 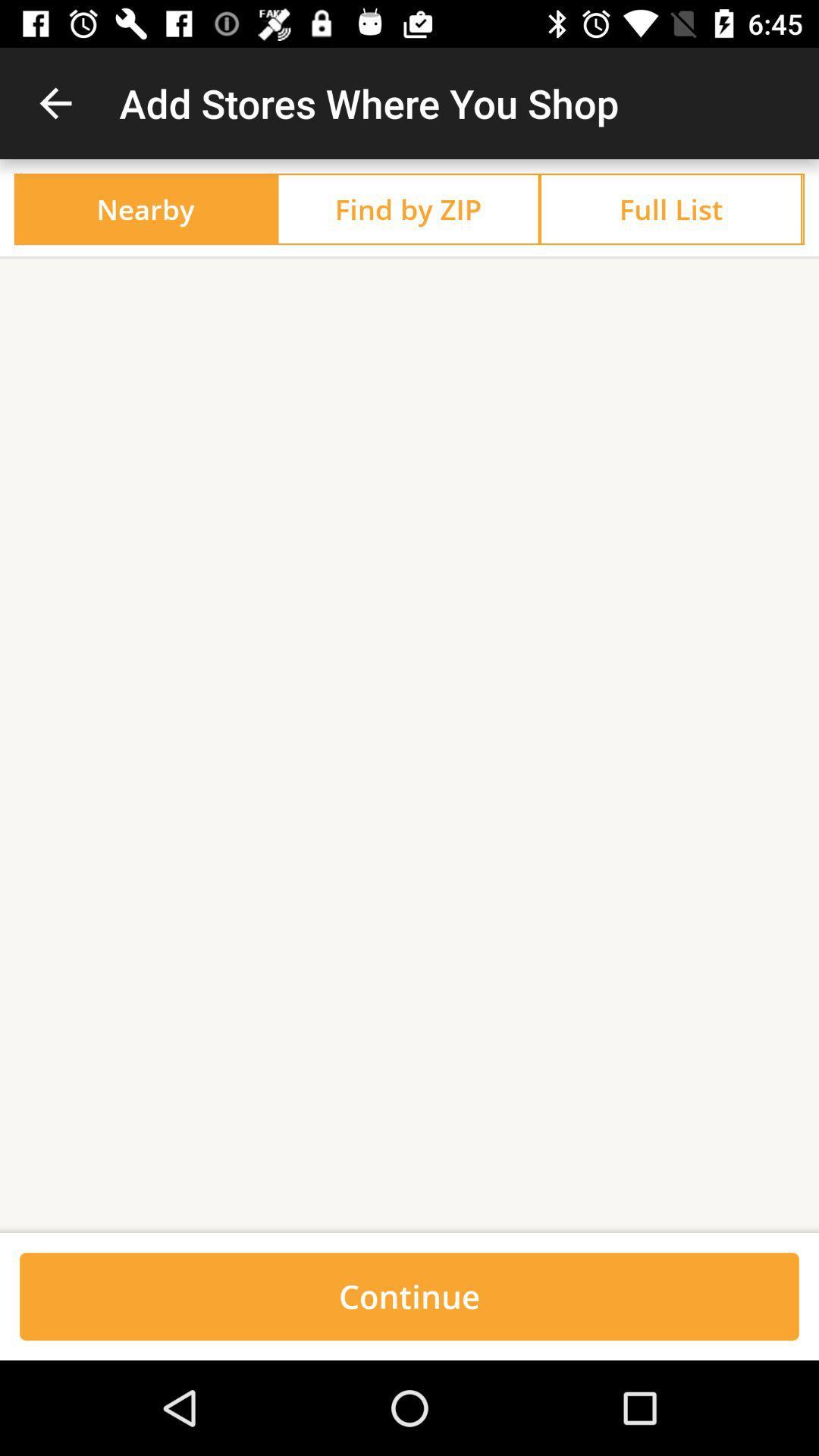 I want to click on the icon above the nearby item, so click(x=55, y=102).